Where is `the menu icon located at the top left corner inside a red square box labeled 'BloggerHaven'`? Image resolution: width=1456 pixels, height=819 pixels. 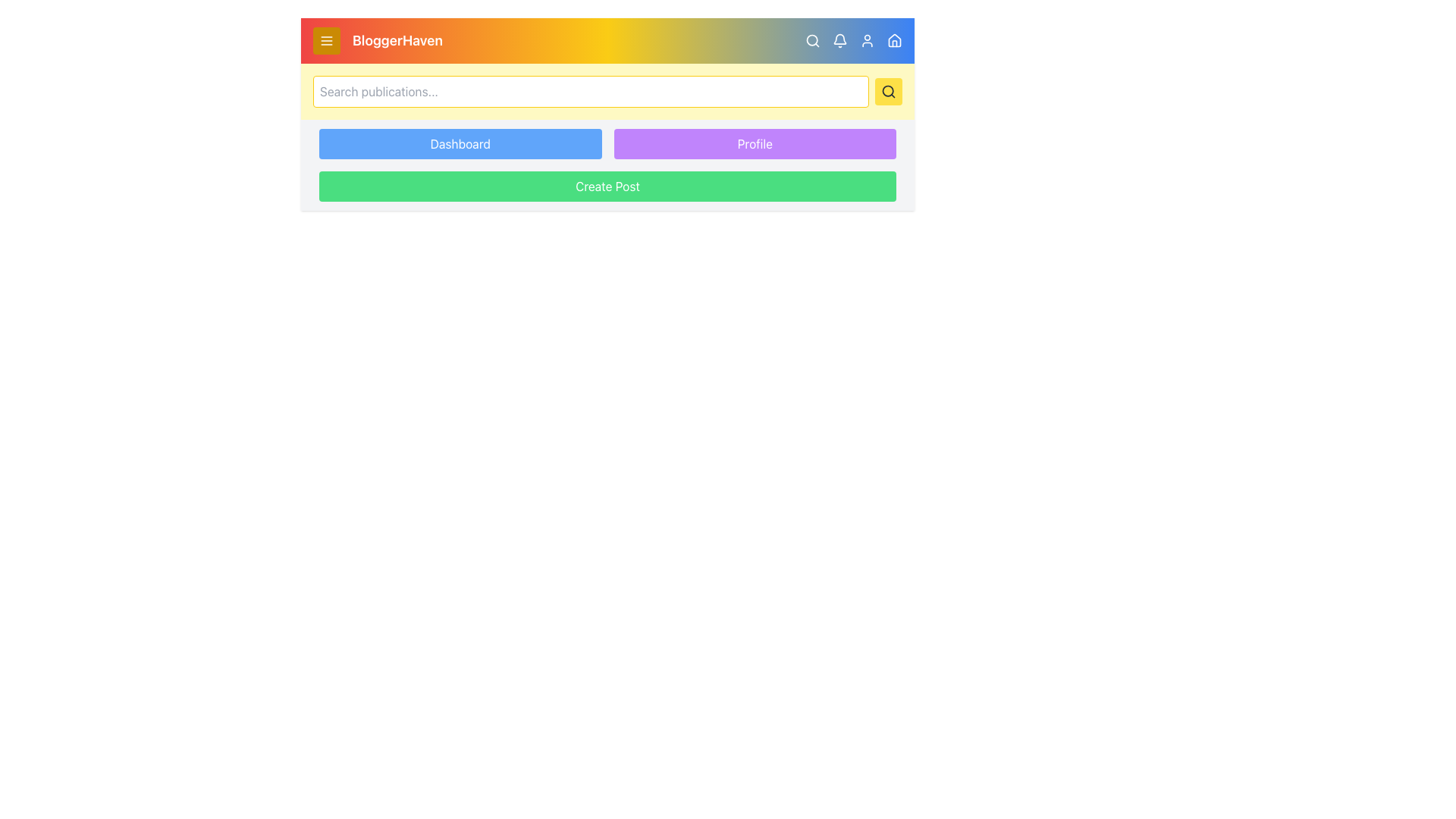
the menu icon located at the top left corner inside a red square box labeled 'BloggerHaven' is located at coordinates (326, 40).